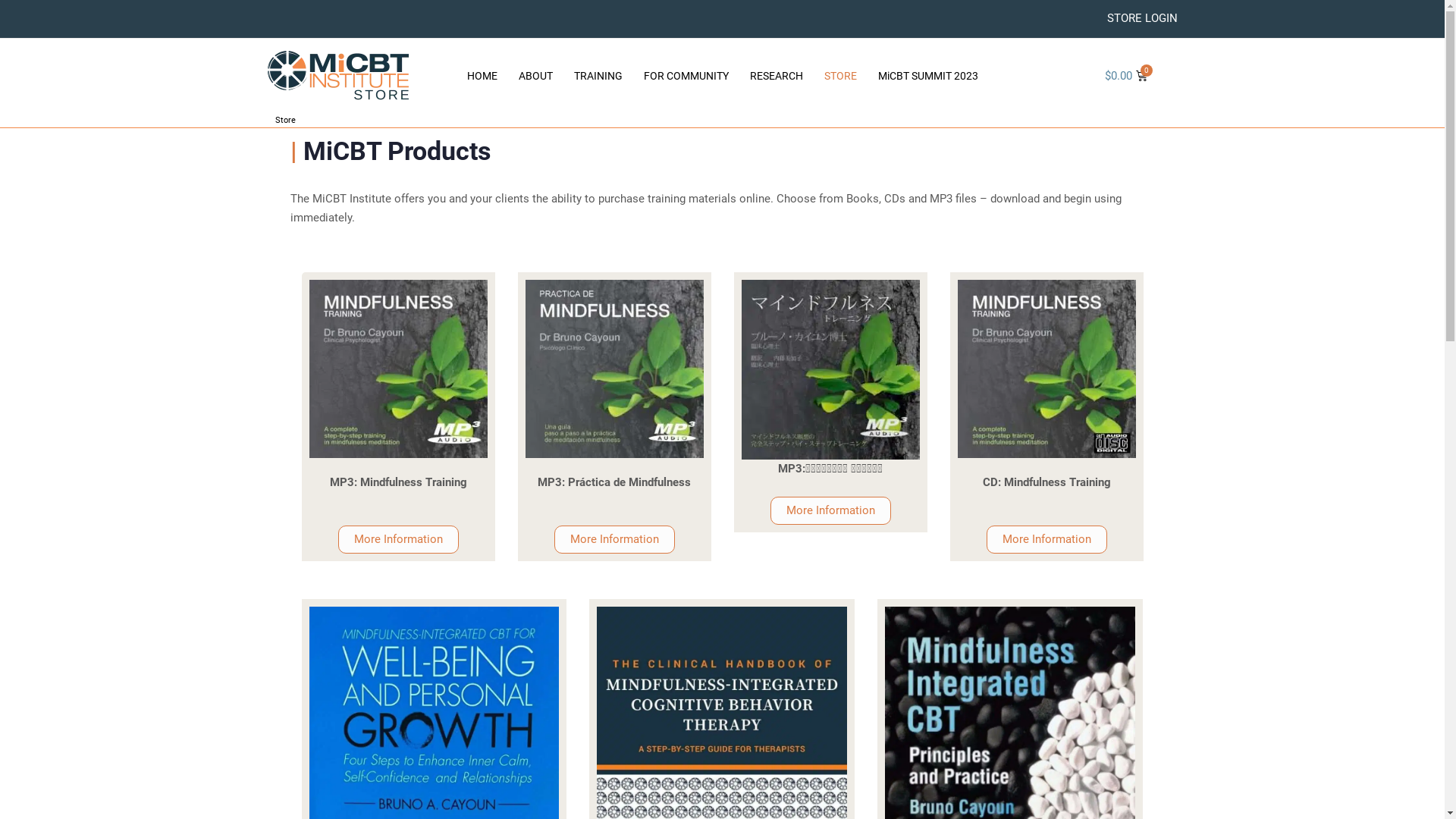 This screenshot has height=819, width=1456. What do you see at coordinates (535, 76) in the screenshot?
I see `'ABOUT'` at bounding box center [535, 76].